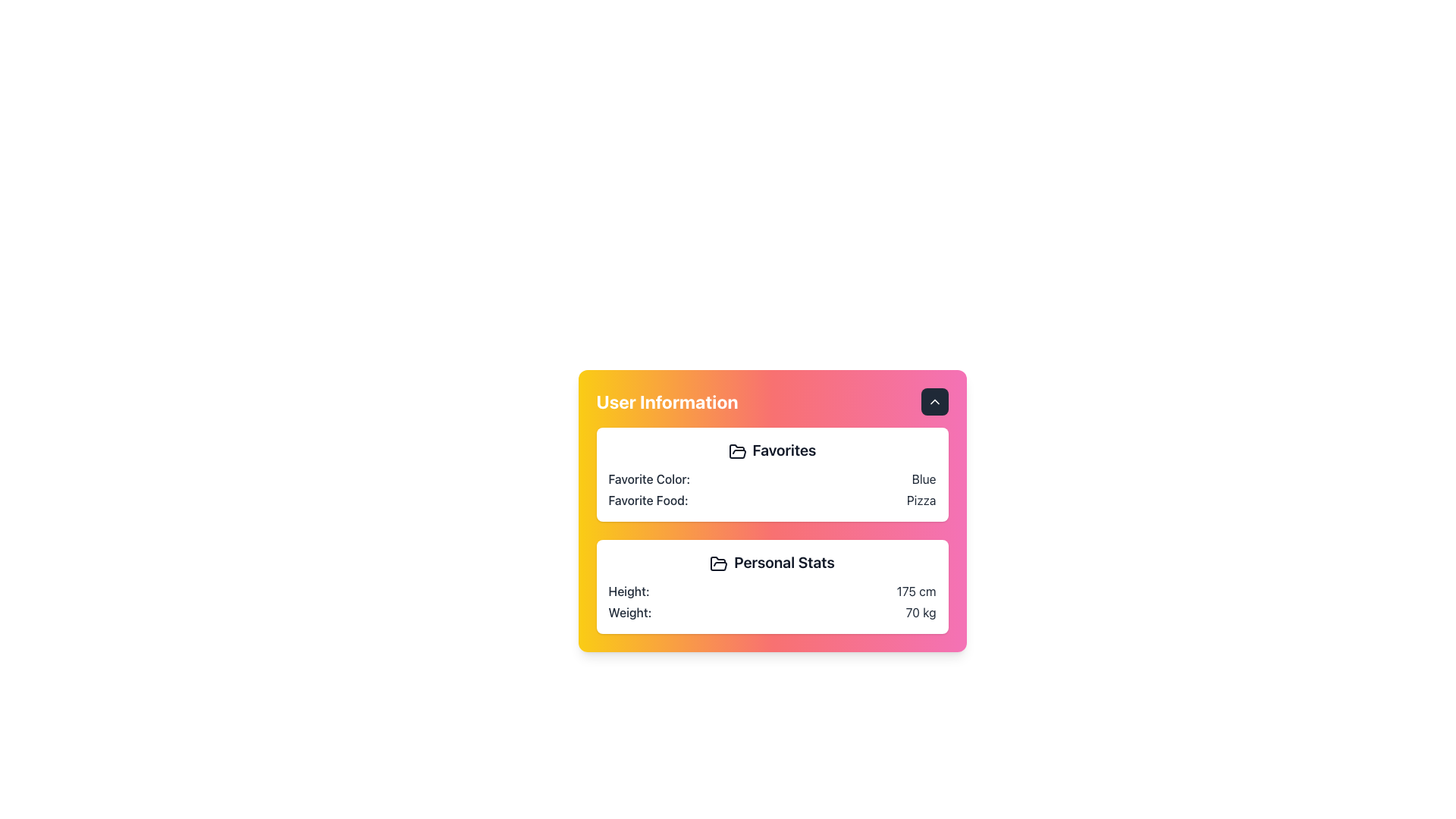 Image resolution: width=1456 pixels, height=819 pixels. What do you see at coordinates (920, 611) in the screenshot?
I see `the text label displaying '70 kg' in the 'Weight:' row of the 'Personal Stats' section within the 'User Information' card` at bounding box center [920, 611].